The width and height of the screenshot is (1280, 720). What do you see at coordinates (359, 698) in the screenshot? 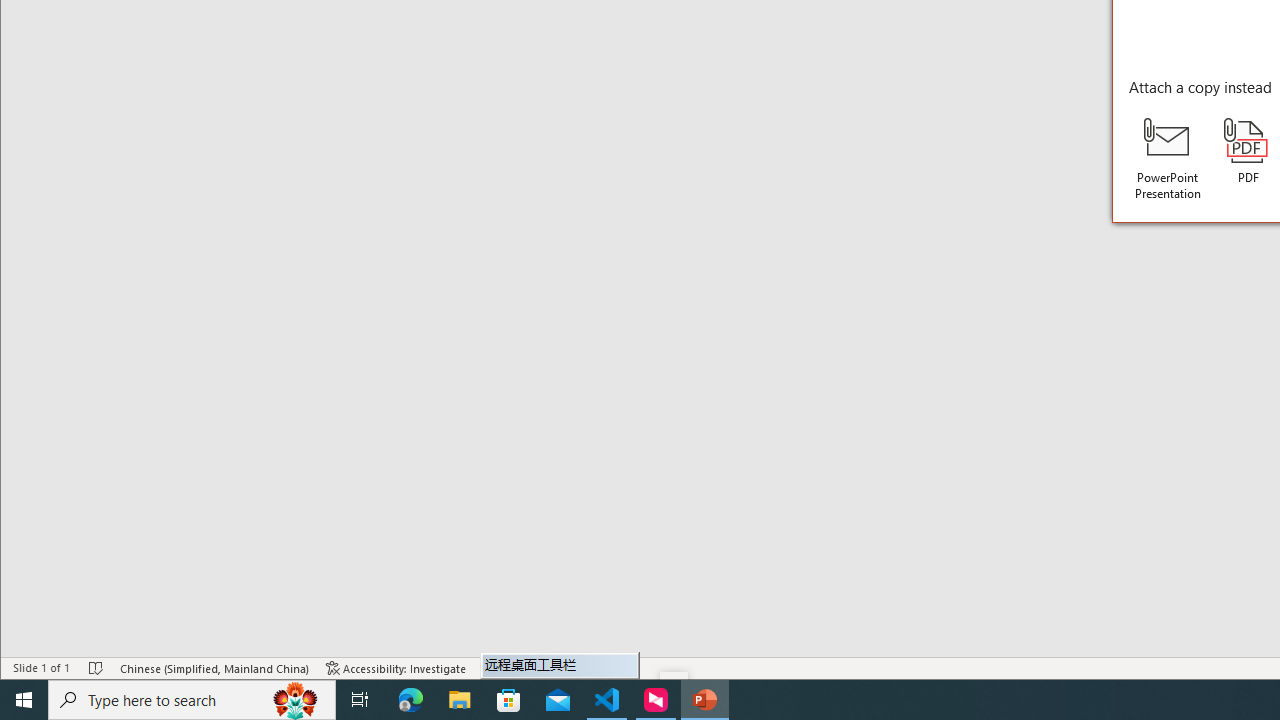
I see `'Task View'` at bounding box center [359, 698].